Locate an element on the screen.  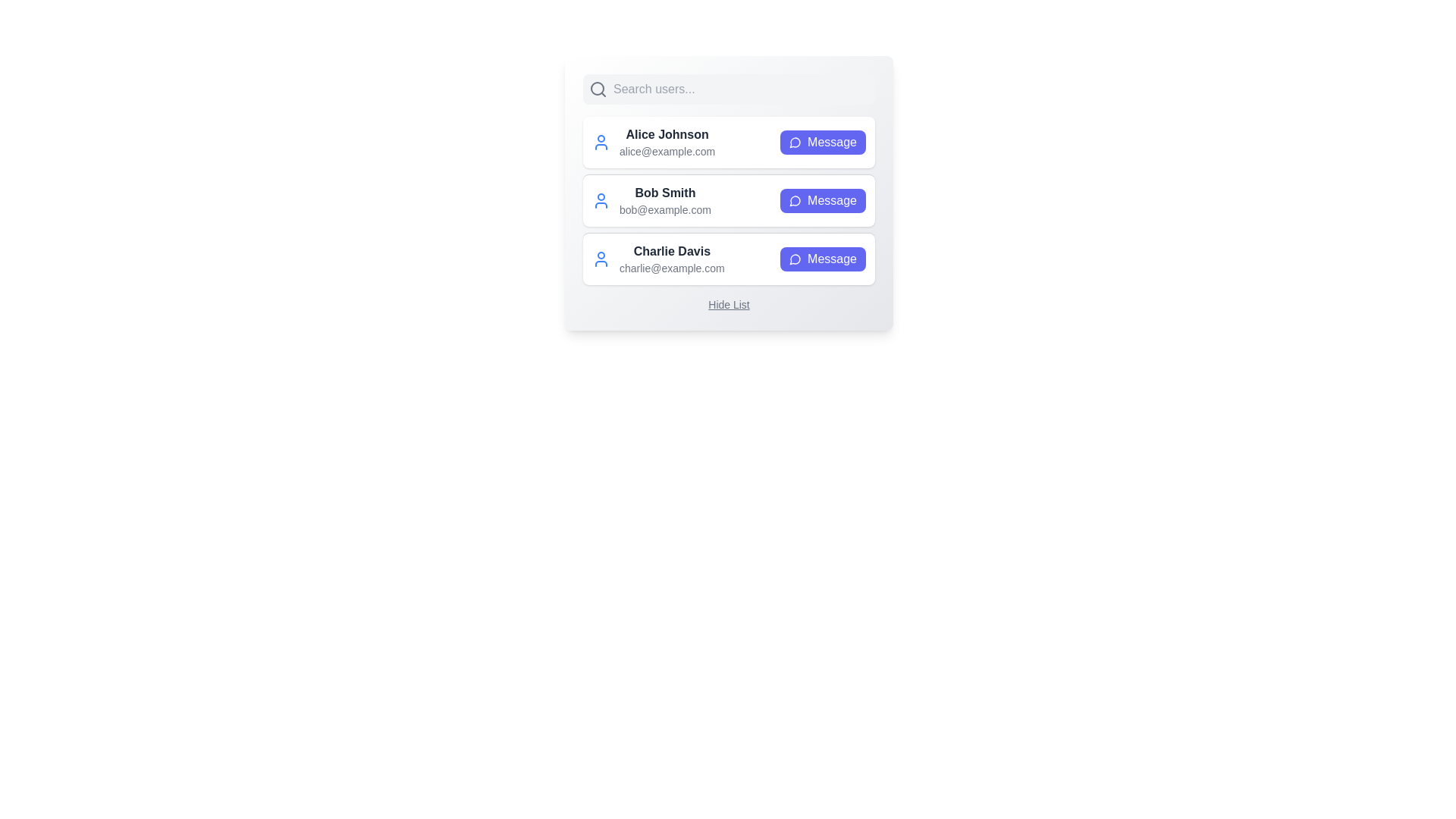
the 'Hide List' button to toggle the visibility of the user list is located at coordinates (729, 304).